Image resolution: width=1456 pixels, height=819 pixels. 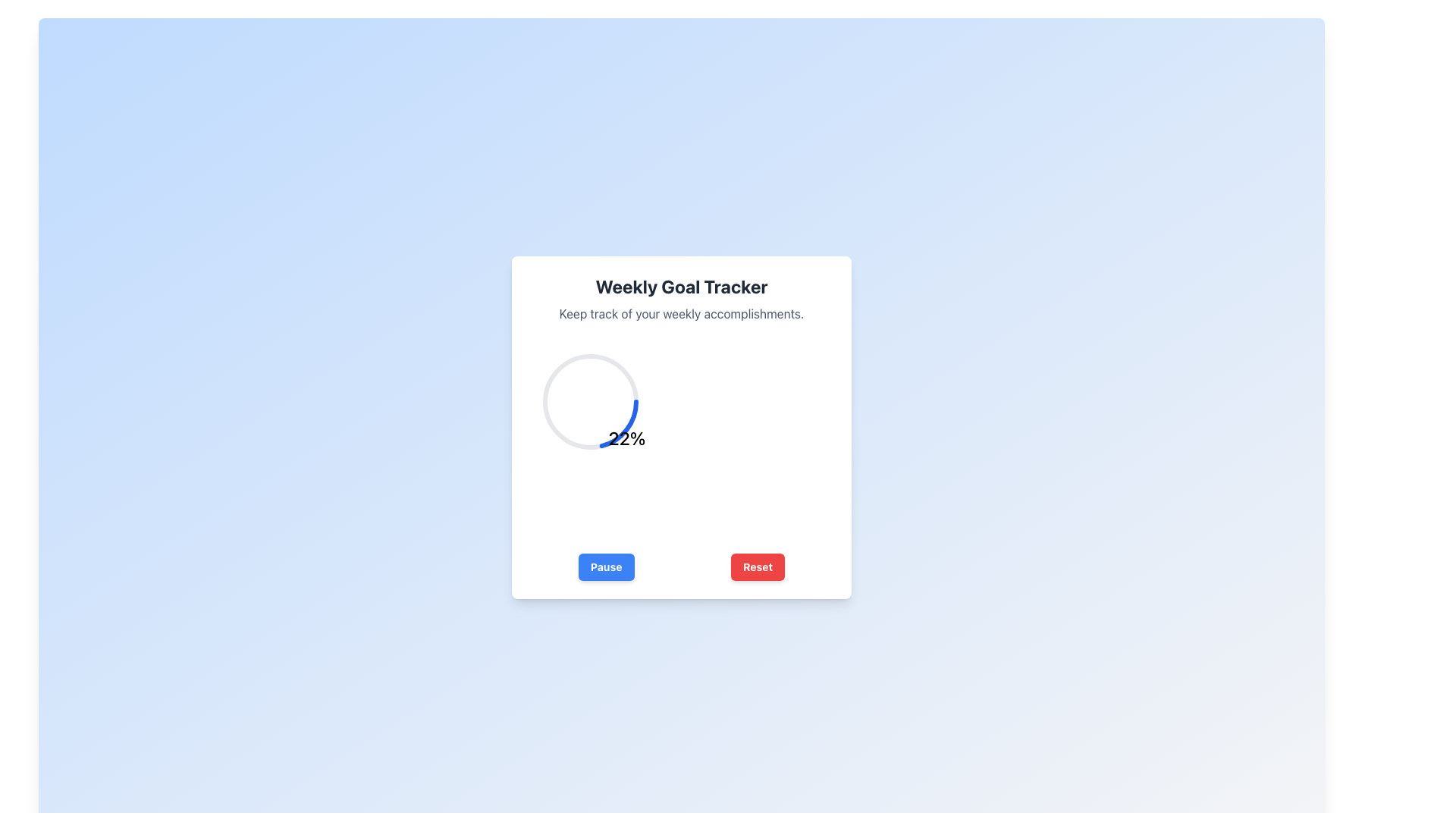 What do you see at coordinates (758, 567) in the screenshot?
I see `the 'Reset' button located at the bottom-right section of the interface to observe its hover effects` at bounding box center [758, 567].